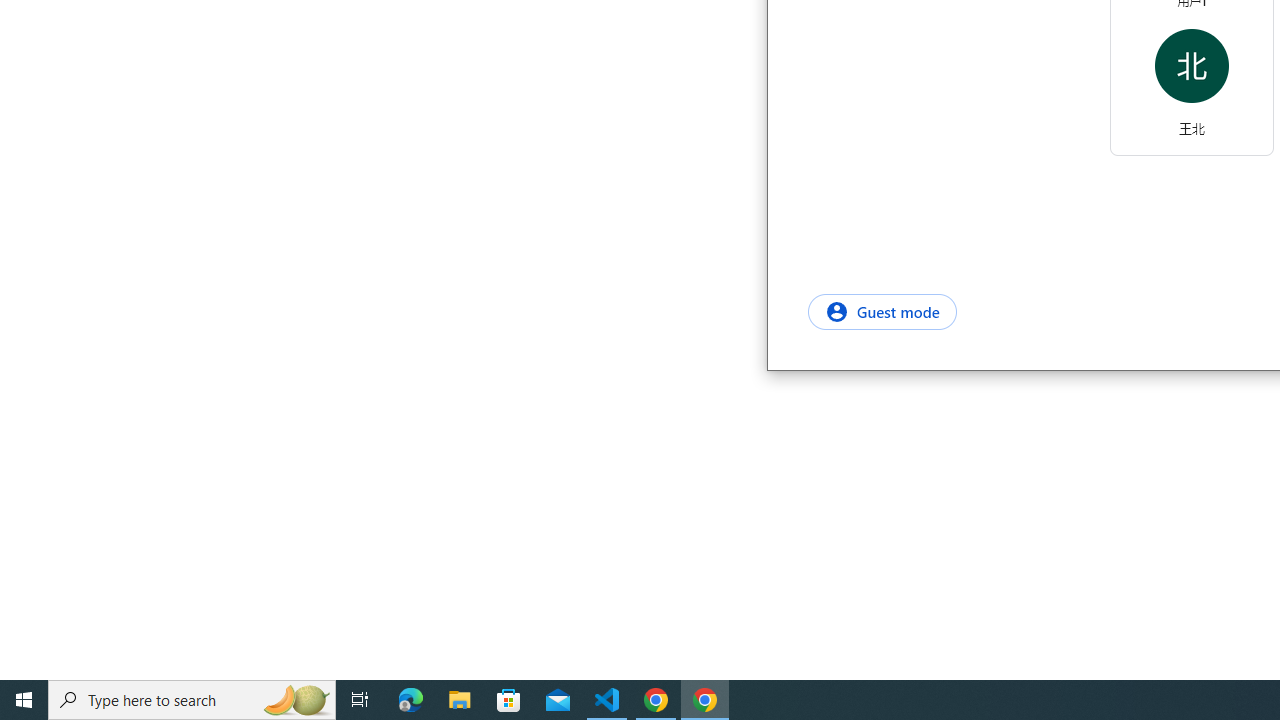 The width and height of the screenshot is (1280, 720). I want to click on 'Task View', so click(359, 698).